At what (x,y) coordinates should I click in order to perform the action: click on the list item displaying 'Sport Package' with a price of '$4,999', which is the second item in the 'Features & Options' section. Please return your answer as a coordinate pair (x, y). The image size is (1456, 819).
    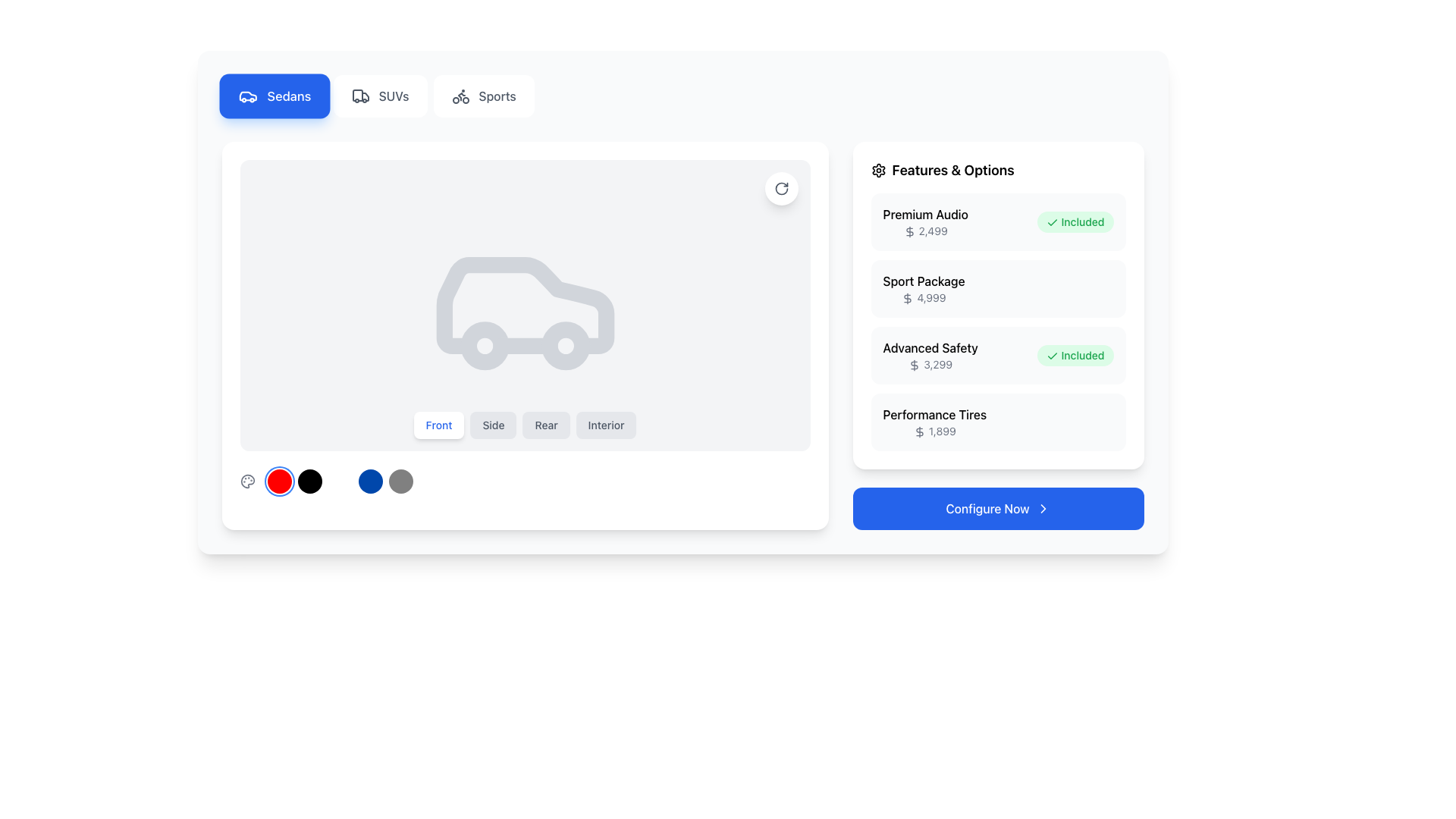
    Looking at the image, I should click on (998, 289).